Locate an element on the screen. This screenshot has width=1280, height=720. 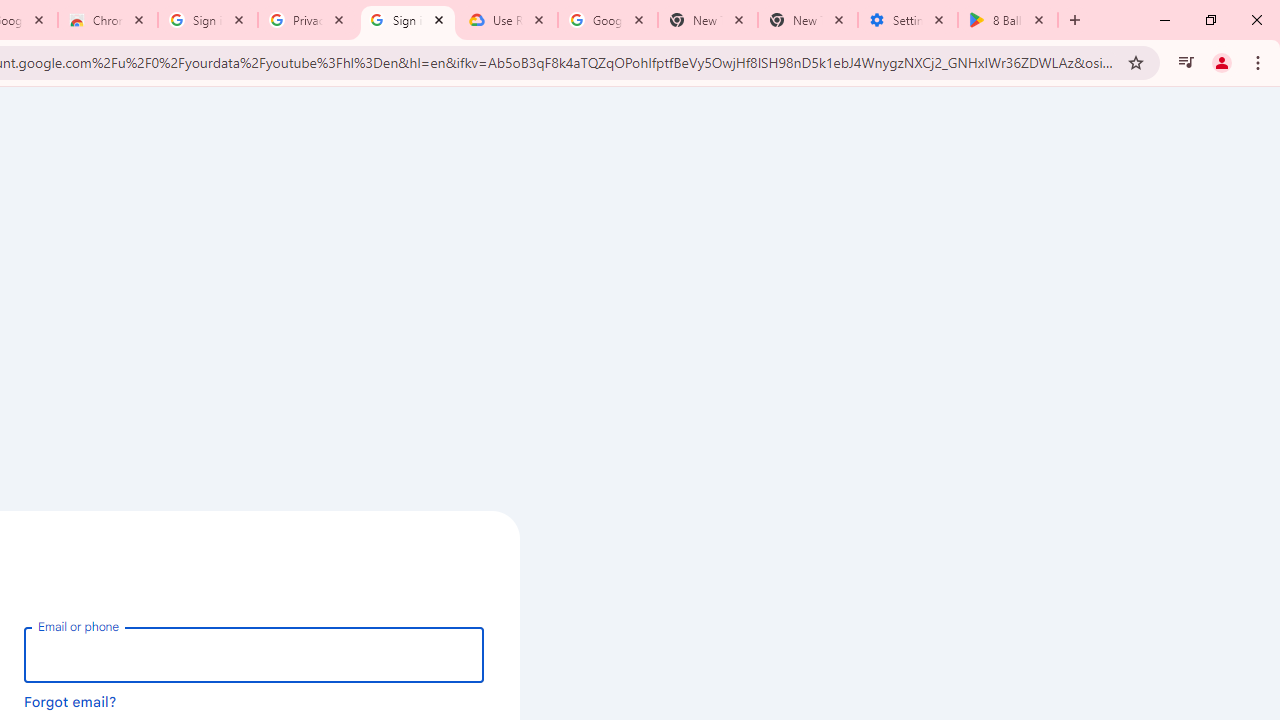
'Email or phone' is located at coordinates (253, 654).